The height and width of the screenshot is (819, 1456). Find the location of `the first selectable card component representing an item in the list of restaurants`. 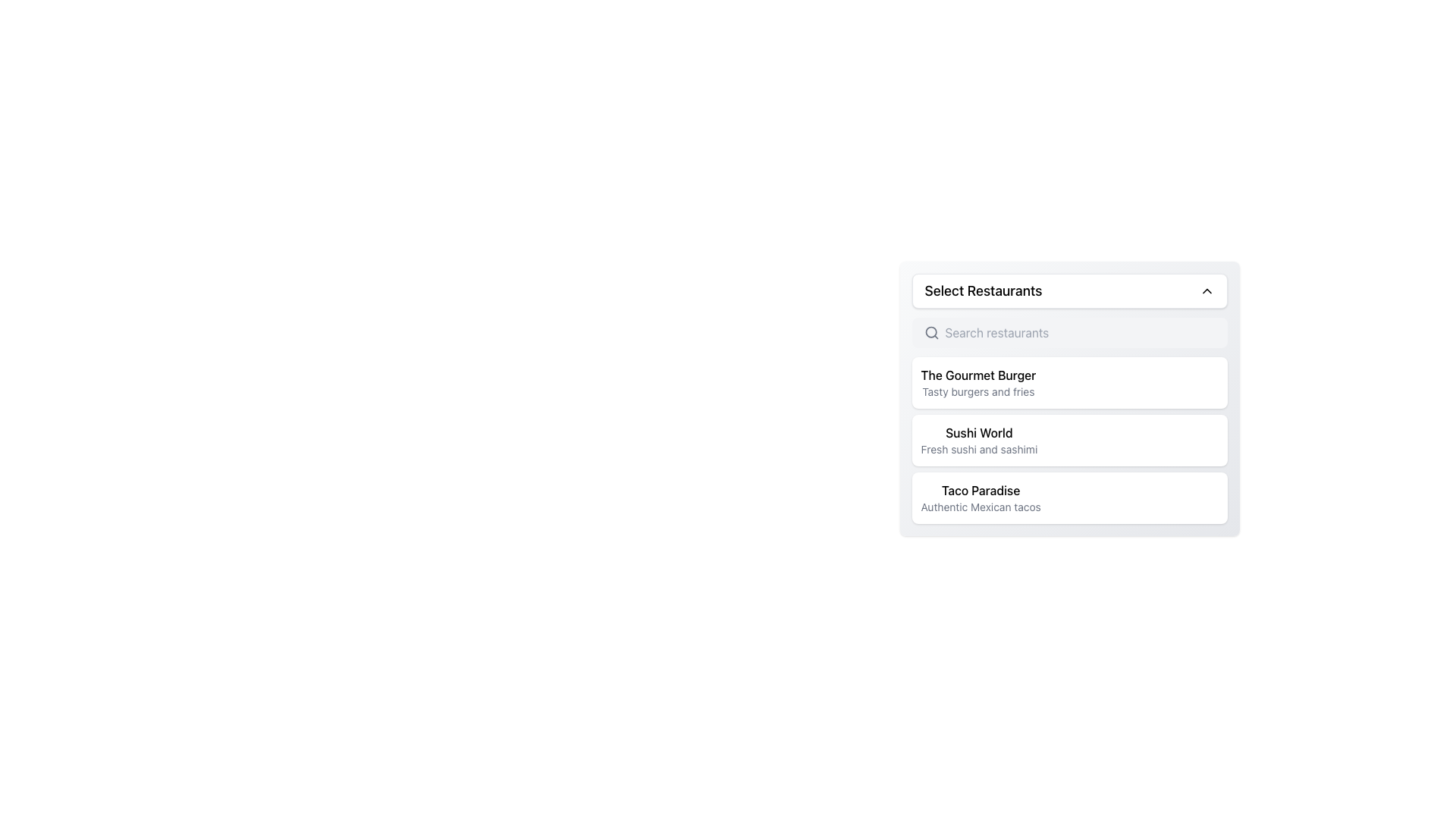

the first selectable card component representing an item in the list of restaurants is located at coordinates (1068, 382).